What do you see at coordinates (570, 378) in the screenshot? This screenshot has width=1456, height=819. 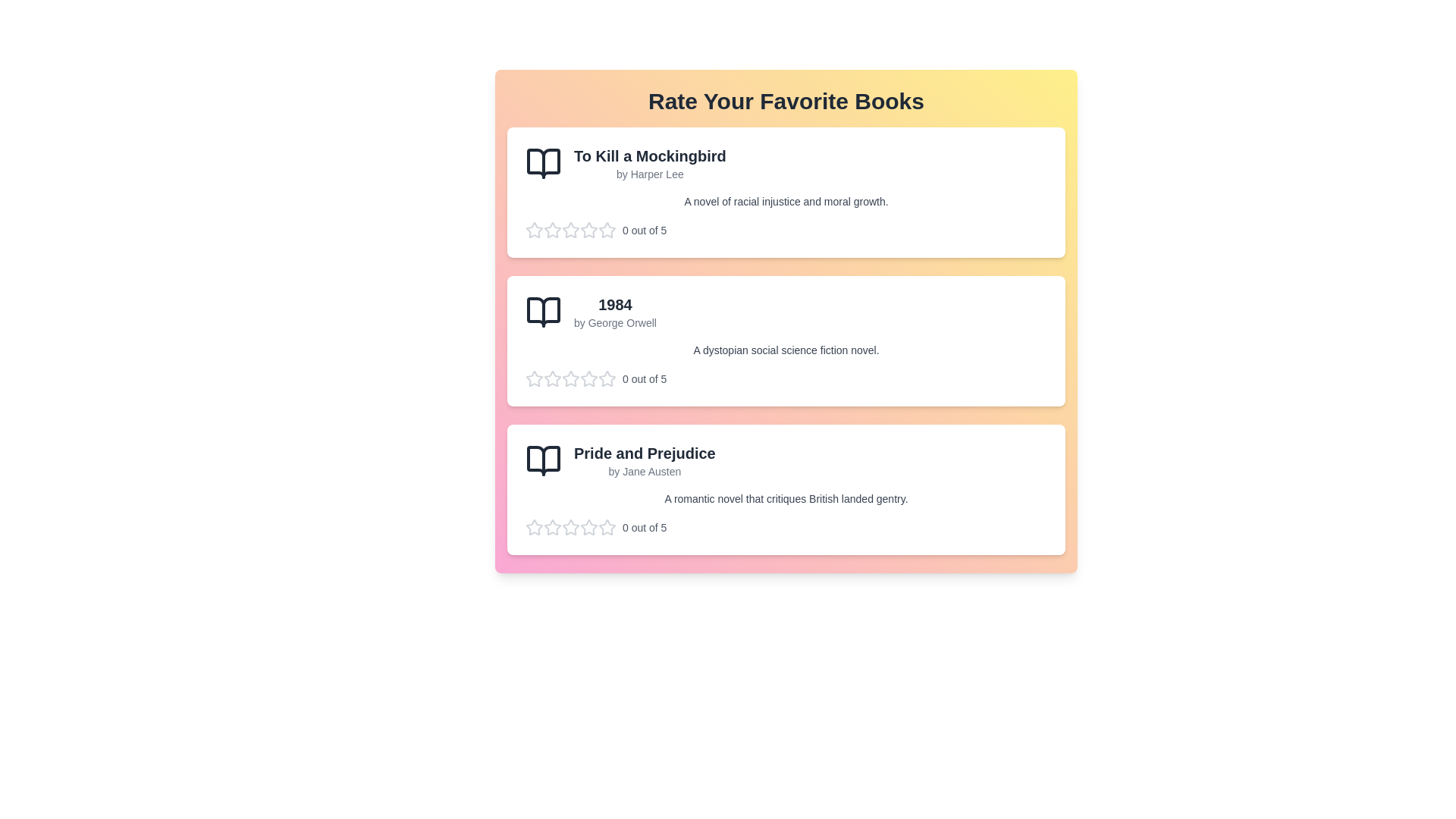 I see `the fourth star icon in the 5-star rating system` at bounding box center [570, 378].